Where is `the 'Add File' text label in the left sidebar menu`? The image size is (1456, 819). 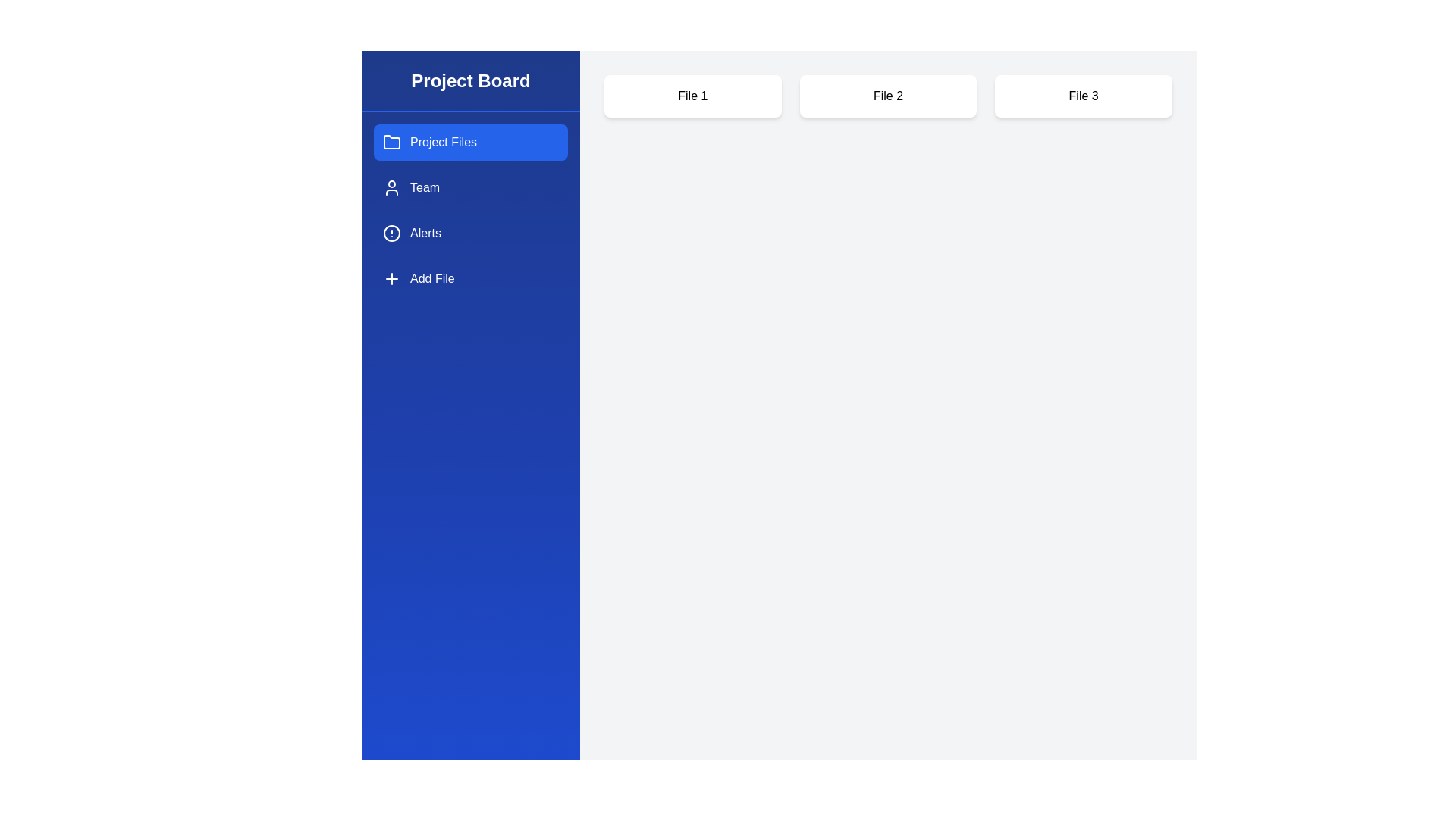
the 'Add File' text label in the left sidebar menu is located at coordinates (431, 278).